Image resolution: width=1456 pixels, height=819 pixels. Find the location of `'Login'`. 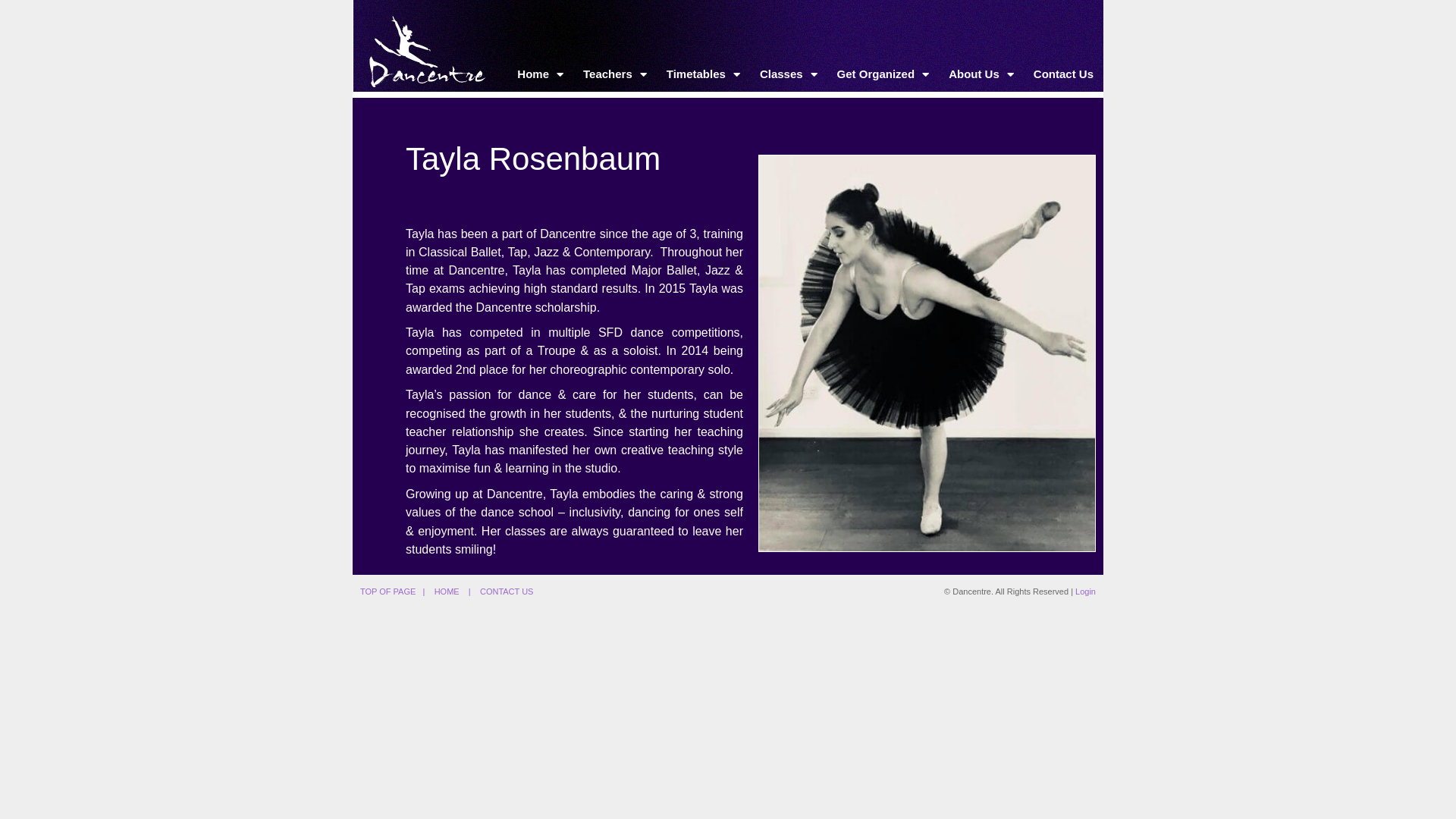

'Login' is located at coordinates (1084, 590).